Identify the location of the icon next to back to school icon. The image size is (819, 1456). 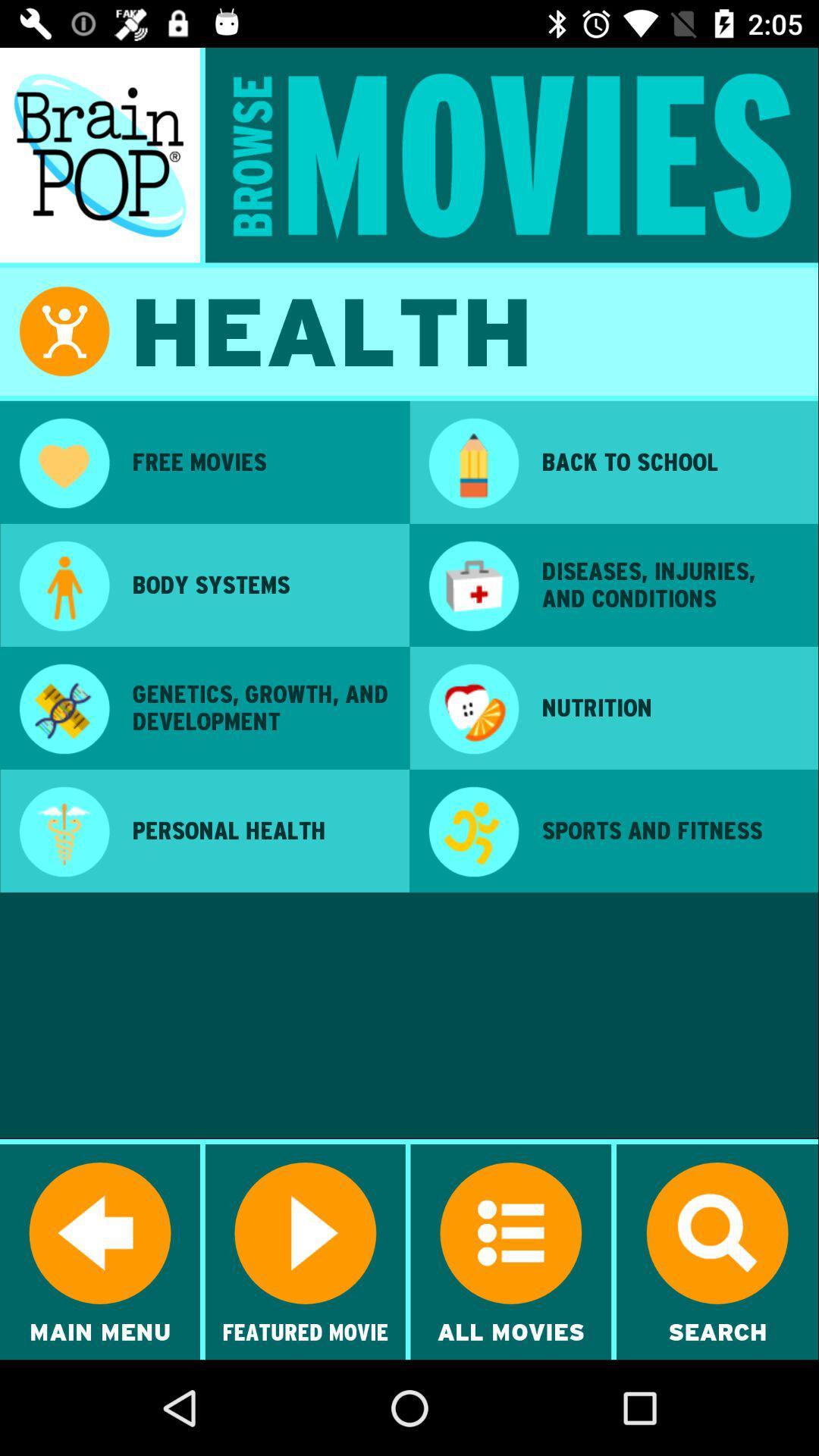
(472, 464).